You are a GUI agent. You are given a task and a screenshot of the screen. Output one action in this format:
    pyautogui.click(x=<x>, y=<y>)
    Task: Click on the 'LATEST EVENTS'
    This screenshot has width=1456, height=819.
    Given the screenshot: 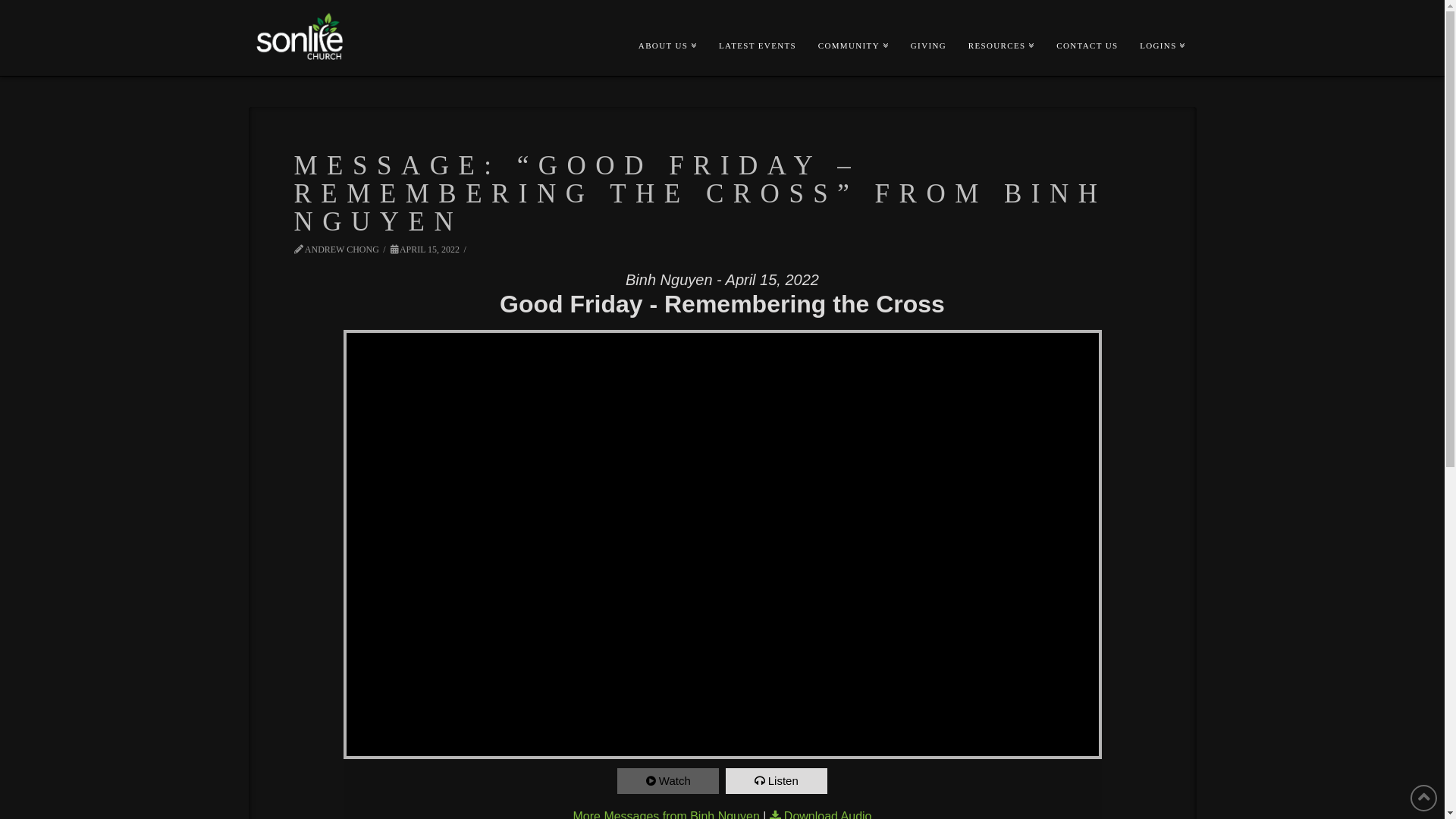 What is the action you would take?
    pyautogui.click(x=757, y=20)
    